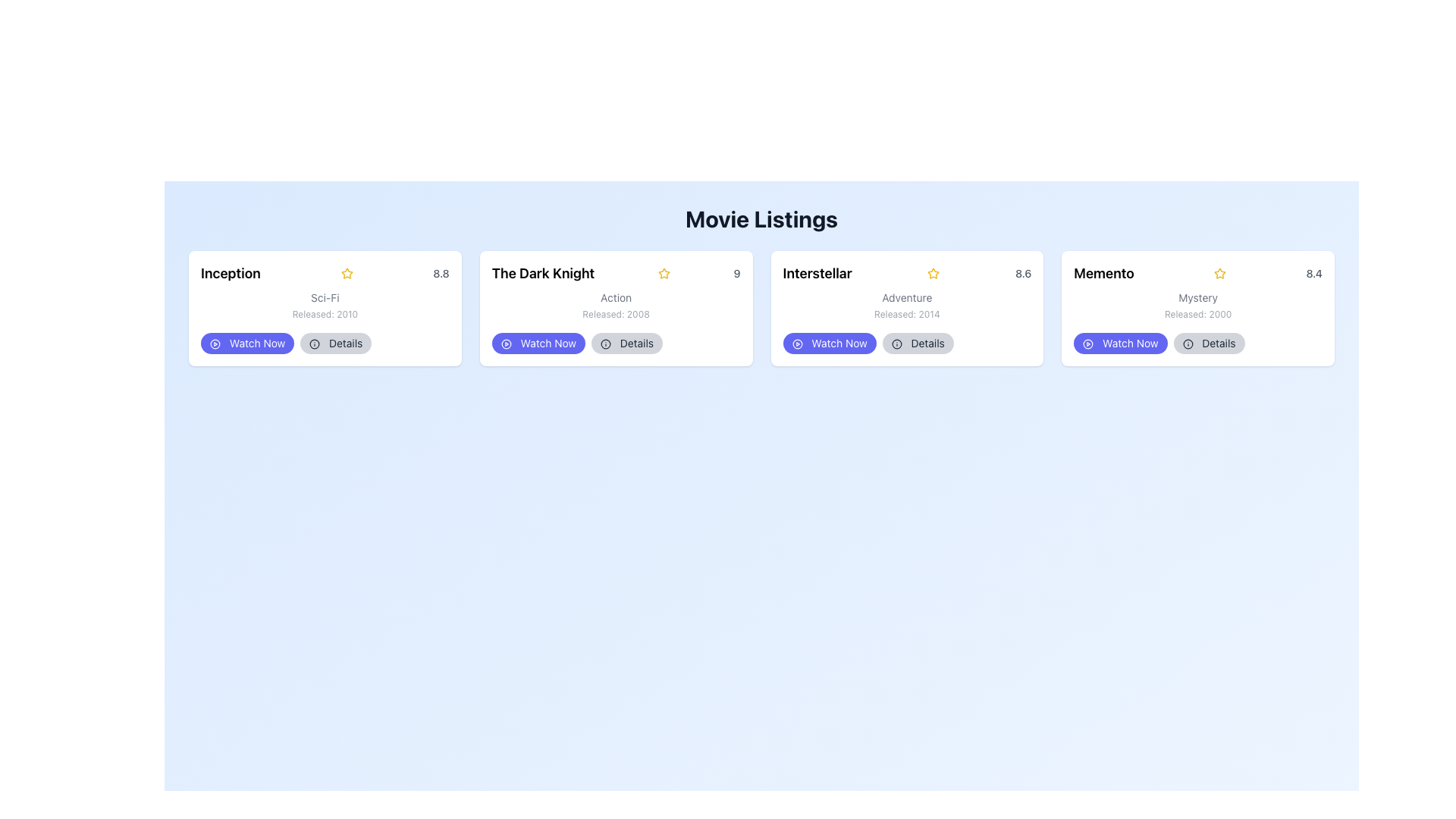 This screenshot has width=1456, height=819. I want to click on the static text label 'Action' which indicates the genre of the movie 'The Dark Knight', positioned within the movie card layout, so click(616, 298).